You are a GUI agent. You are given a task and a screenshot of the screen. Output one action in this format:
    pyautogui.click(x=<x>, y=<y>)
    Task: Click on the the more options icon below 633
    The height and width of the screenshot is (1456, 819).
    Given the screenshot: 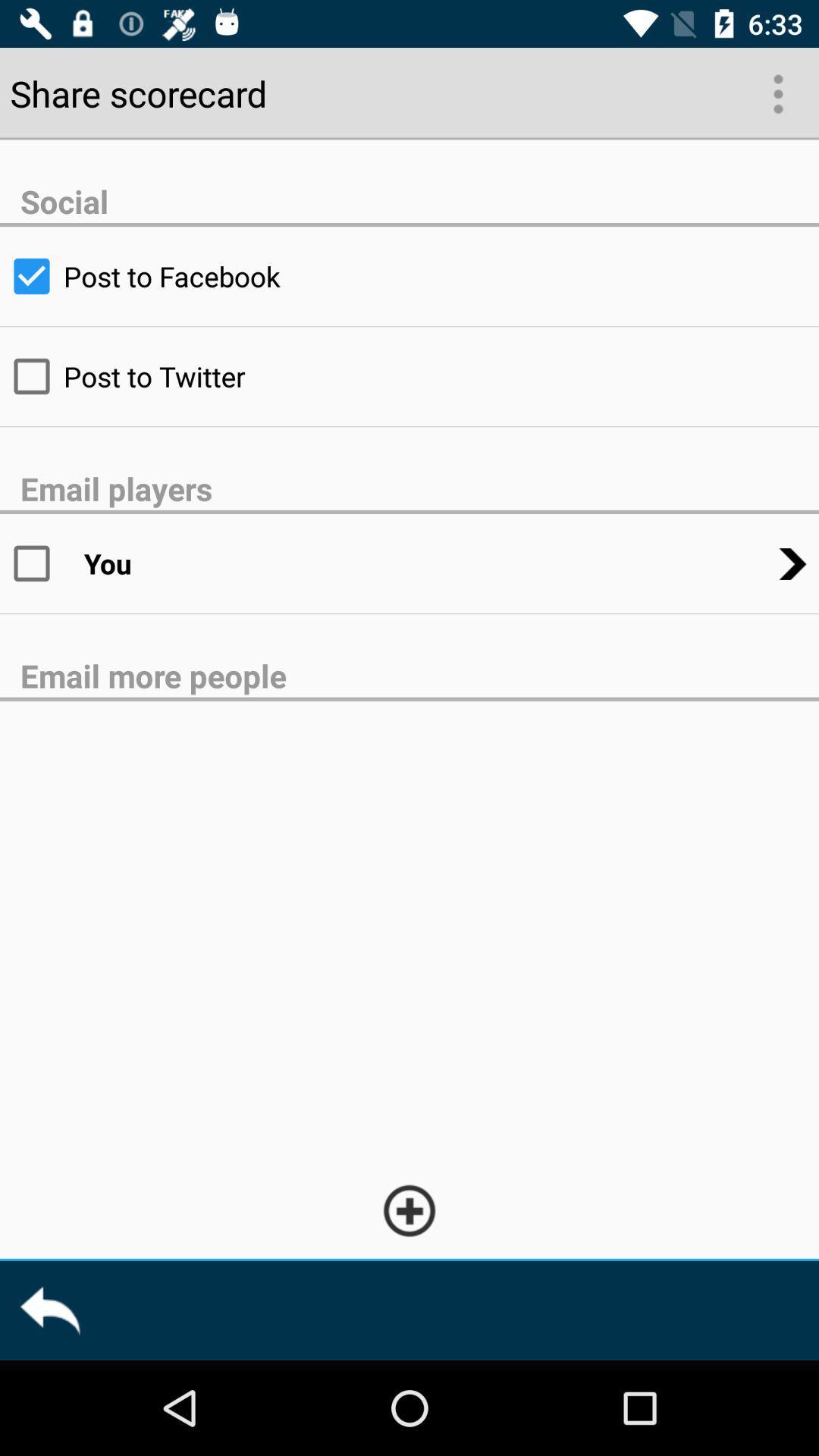 What is the action you would take?
    pyautogui.click(x=777, y=92)
    